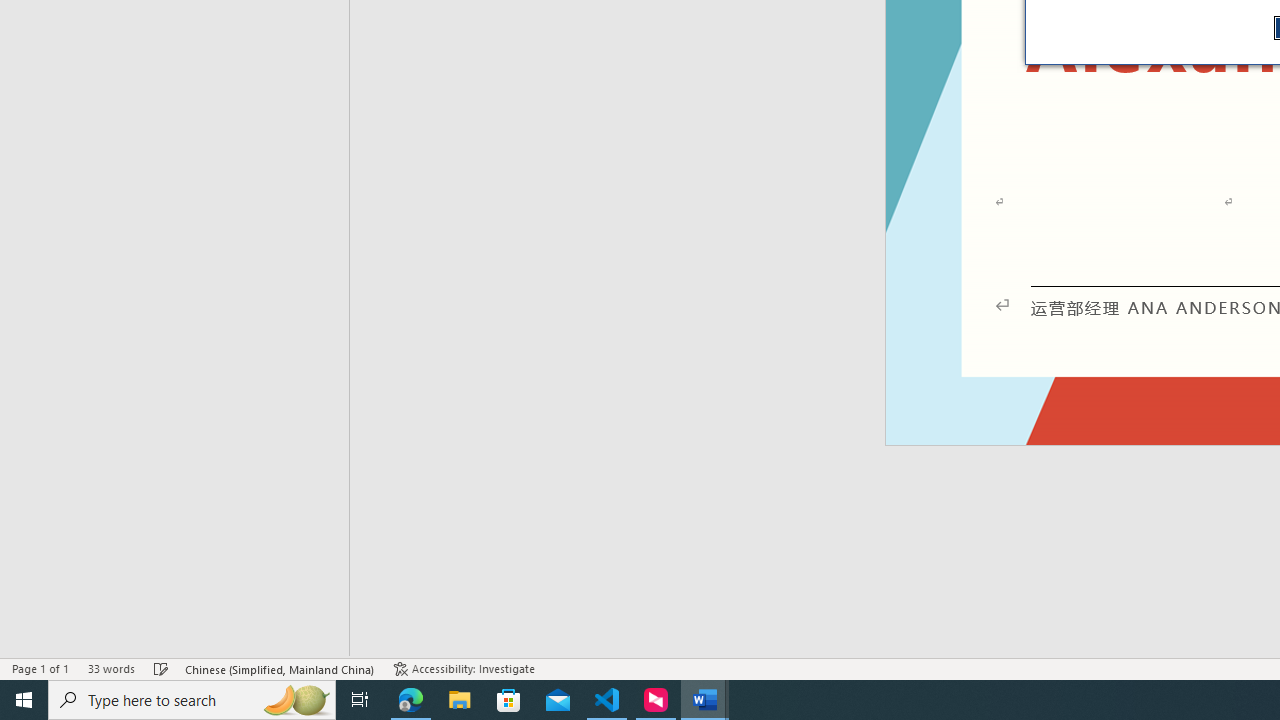 The height and width of the screenshot is (720, 1280). Describe the element at coordinates (606, 698) in the screenshot. I see `'Visual Studio Code - 1 running window'` at that location.